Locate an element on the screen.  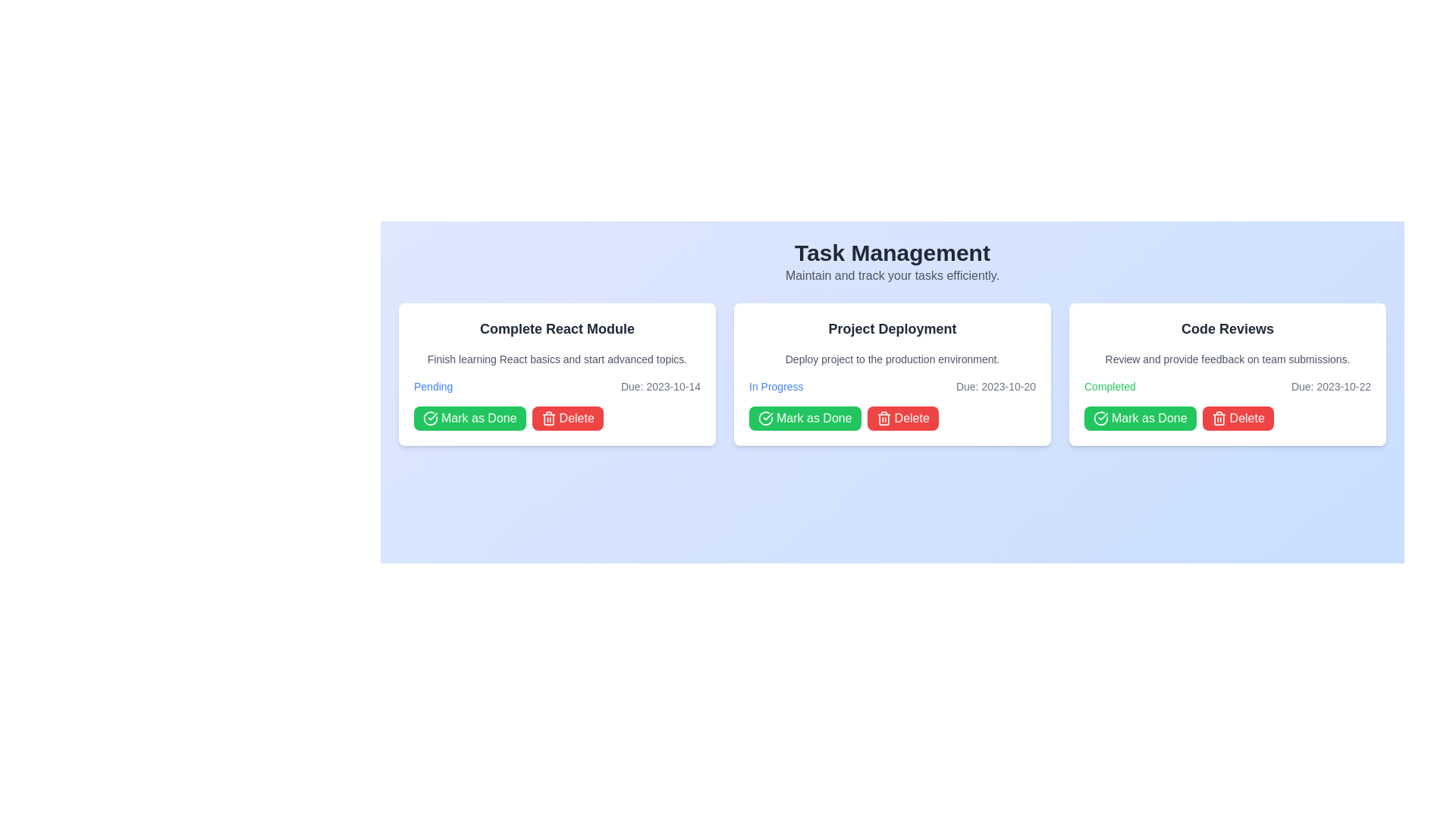
the 'Delete' text displayed in white font over a red background within the button is located at coordinates (576, 418).